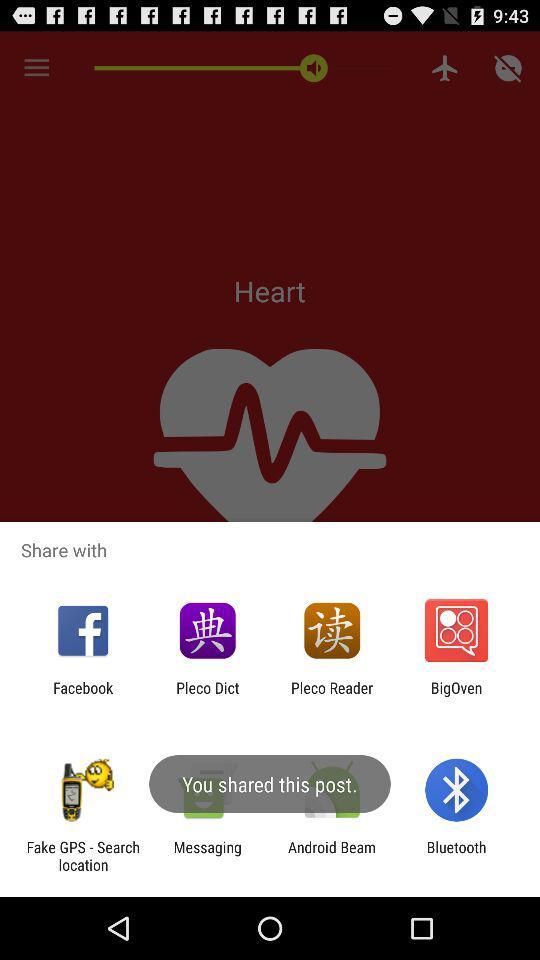  What do you see at coordinates (332, 855) in the screenshot?
I see `the app next to bluetooth icon` at bounding box center [332, 855].